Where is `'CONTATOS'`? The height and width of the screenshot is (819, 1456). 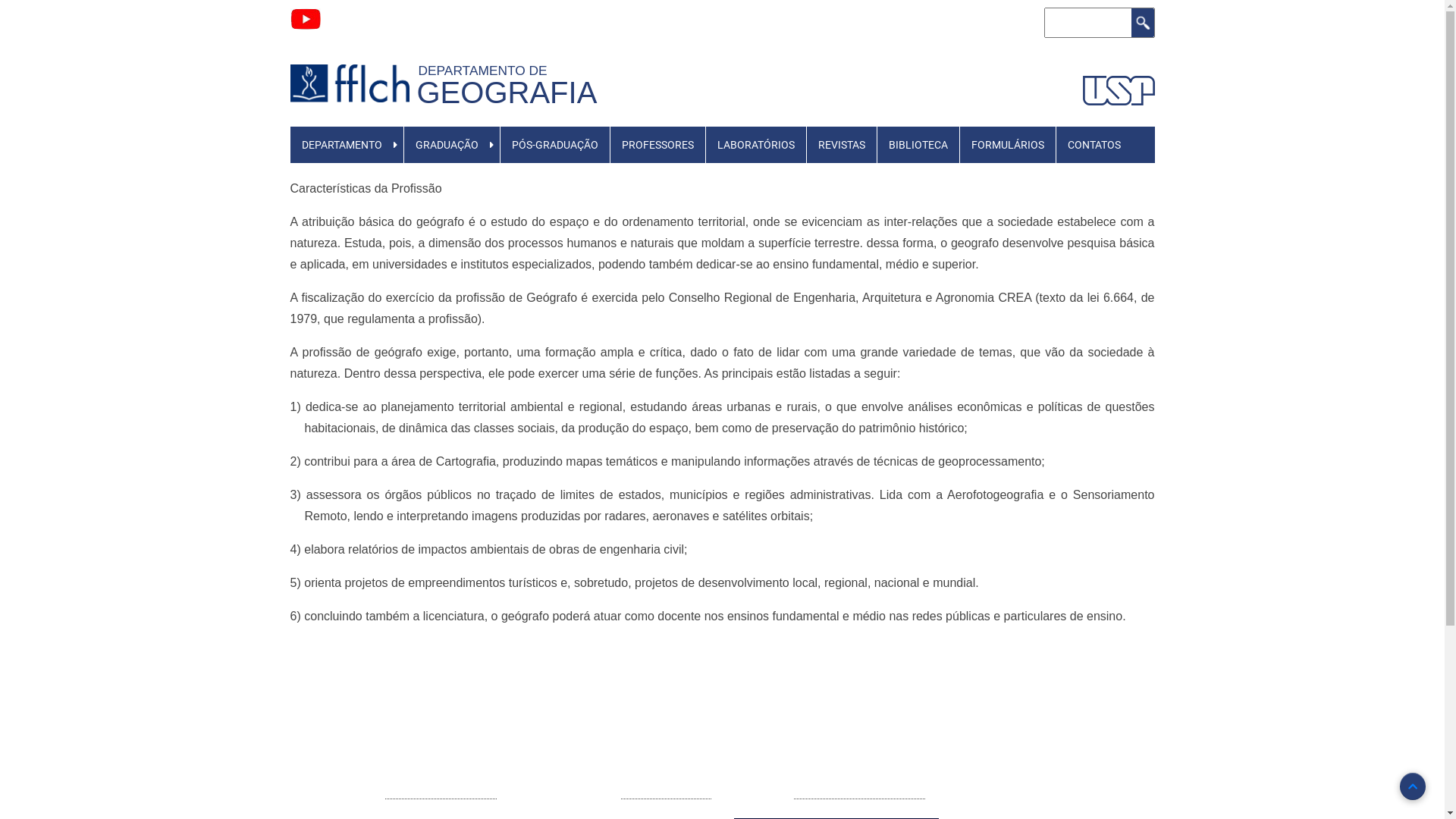 'CONTATOS' is located at coordinates (1055, 145).